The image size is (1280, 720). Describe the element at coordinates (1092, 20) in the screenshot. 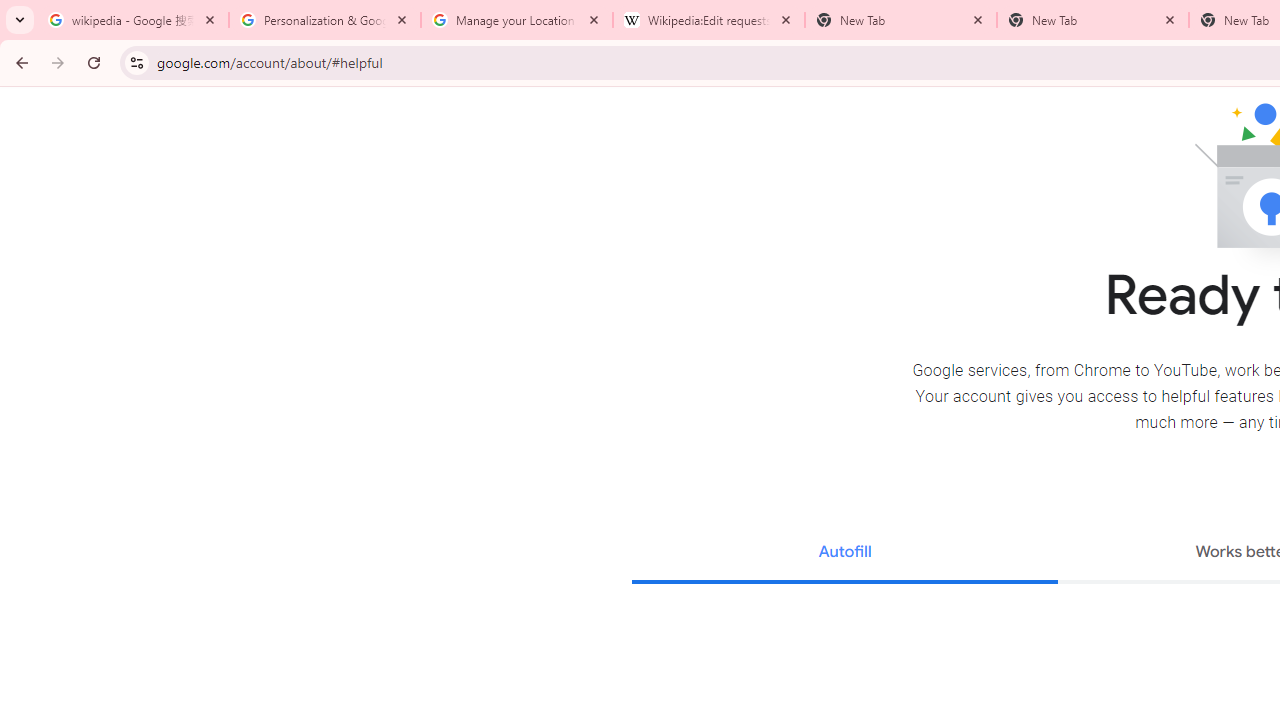

I see `'New Tab'` at that location.